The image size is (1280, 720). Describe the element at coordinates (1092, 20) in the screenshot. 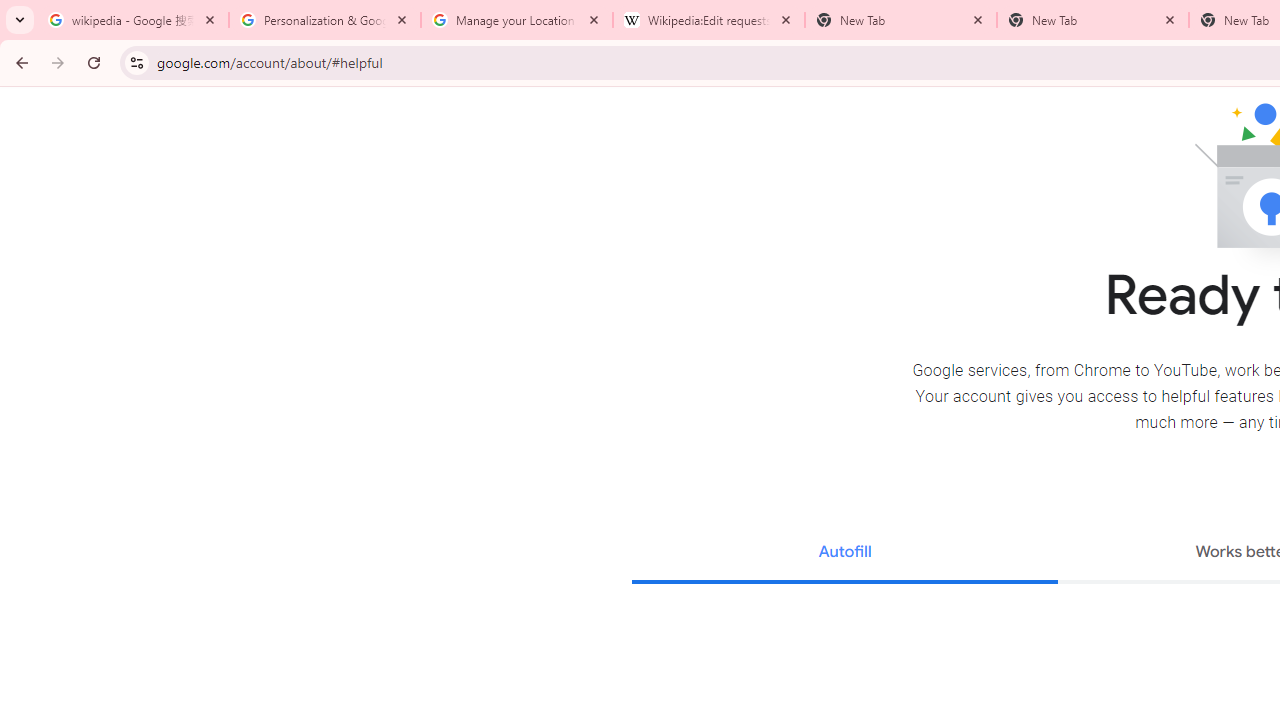

I see `'New Tab'` at that location.